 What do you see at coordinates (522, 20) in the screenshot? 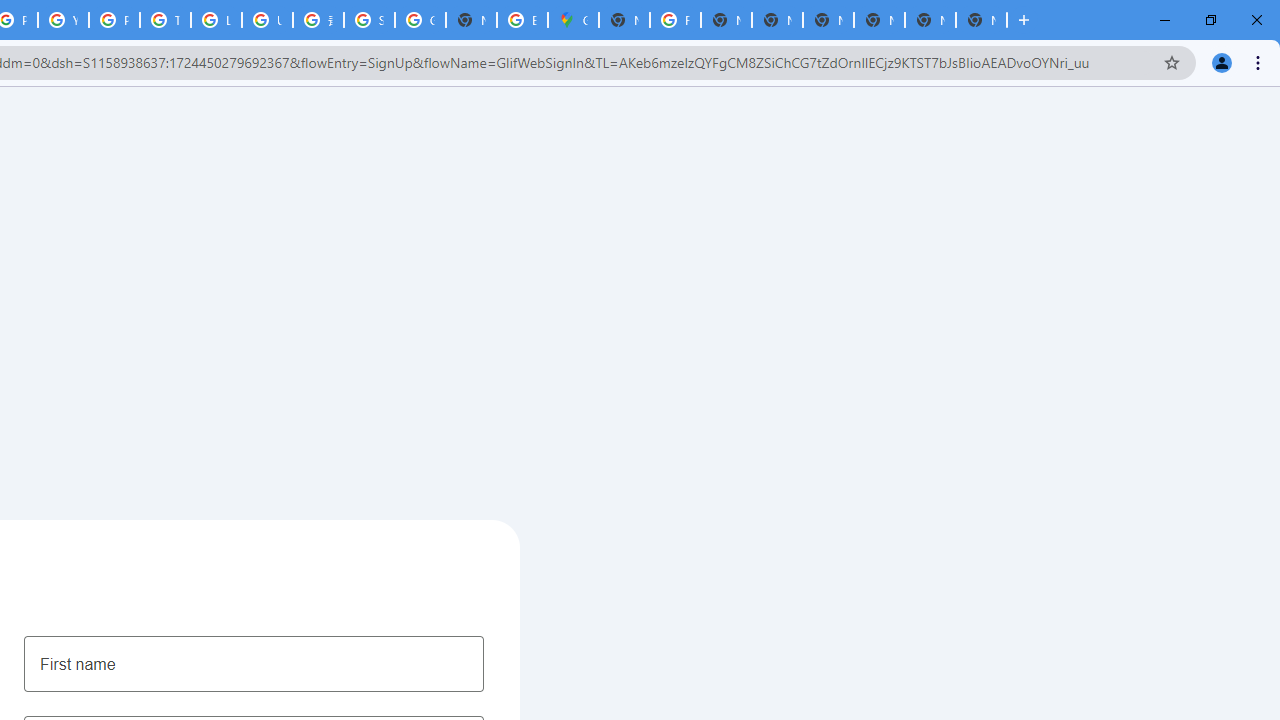
I see `'Explore new street-level details - Google Maps Help'` at bounding box center [522, 20].